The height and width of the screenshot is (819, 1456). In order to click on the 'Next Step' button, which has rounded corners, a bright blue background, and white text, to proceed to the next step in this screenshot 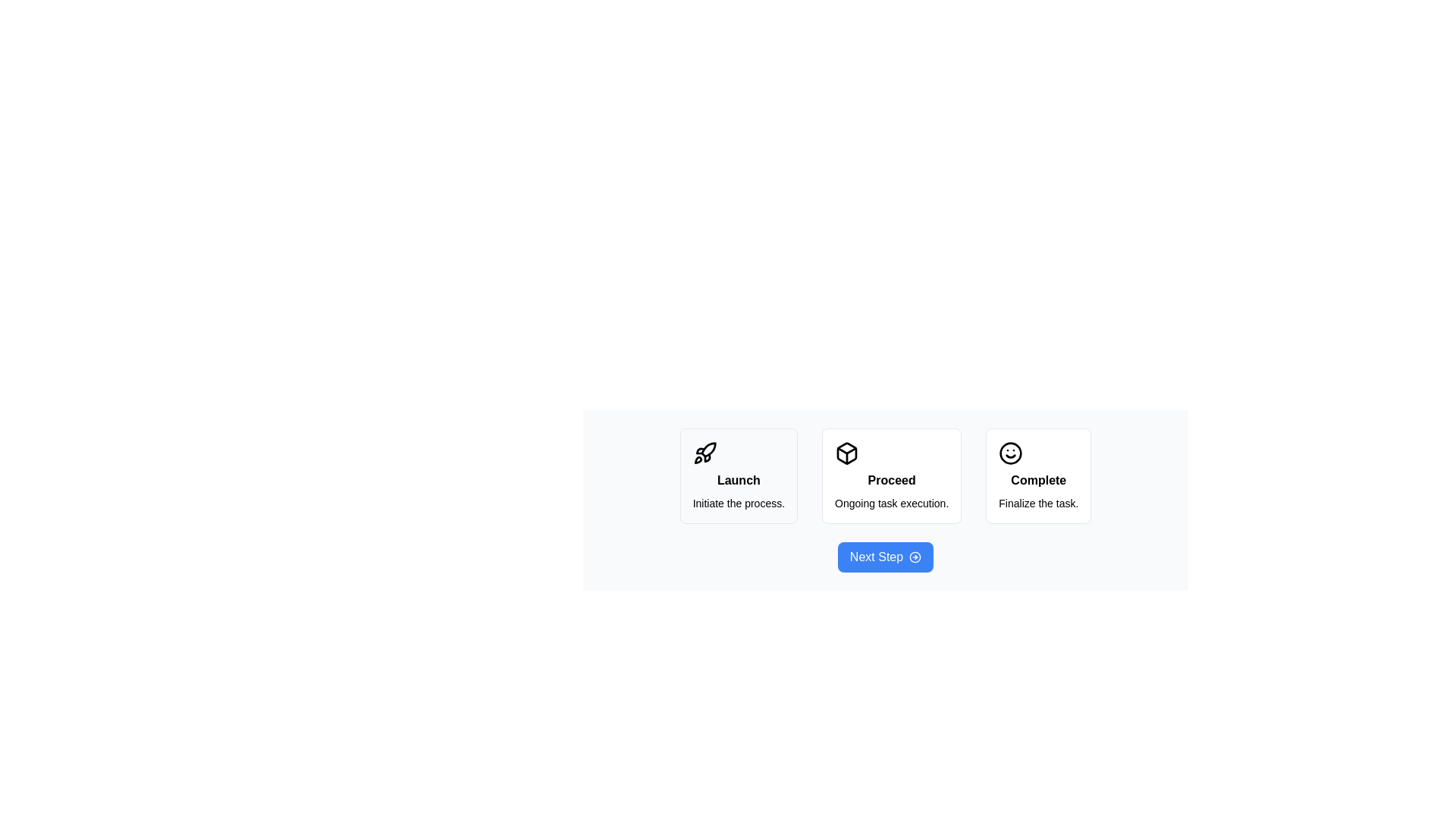, I will do `click(885, 557)`.